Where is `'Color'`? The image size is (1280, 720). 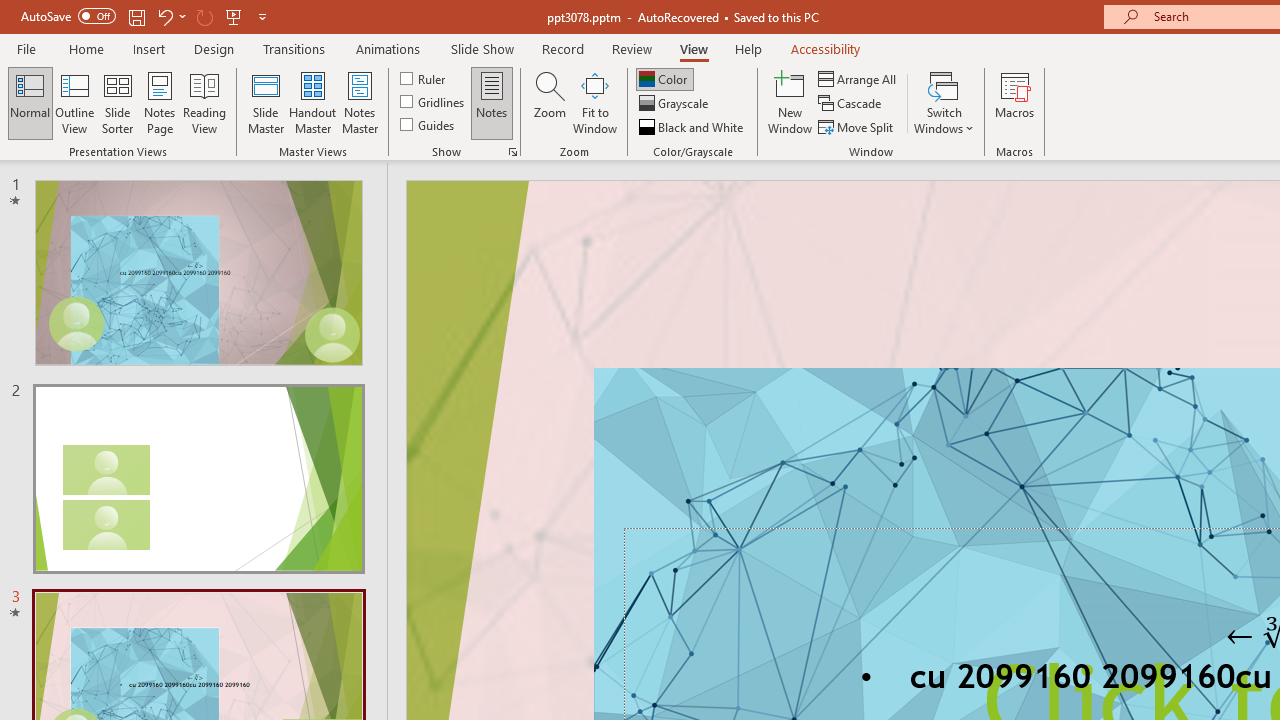 'Color' is located at coordinates (664, 78).